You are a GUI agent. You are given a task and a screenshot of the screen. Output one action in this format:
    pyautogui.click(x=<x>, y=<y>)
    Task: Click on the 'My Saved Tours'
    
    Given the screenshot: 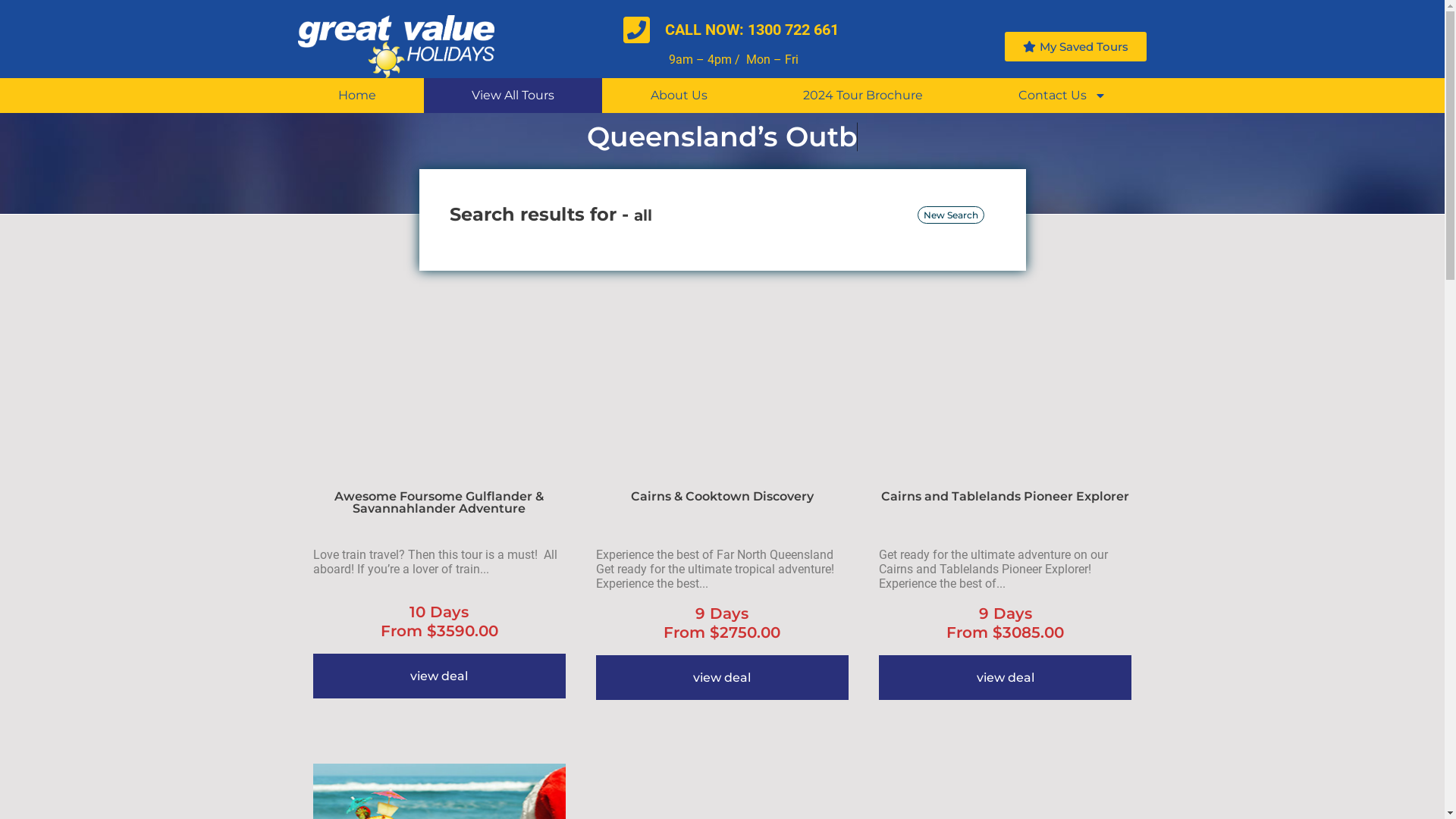 What is the action you would take?
    pyautogui.click(x=1075, y=45)
    